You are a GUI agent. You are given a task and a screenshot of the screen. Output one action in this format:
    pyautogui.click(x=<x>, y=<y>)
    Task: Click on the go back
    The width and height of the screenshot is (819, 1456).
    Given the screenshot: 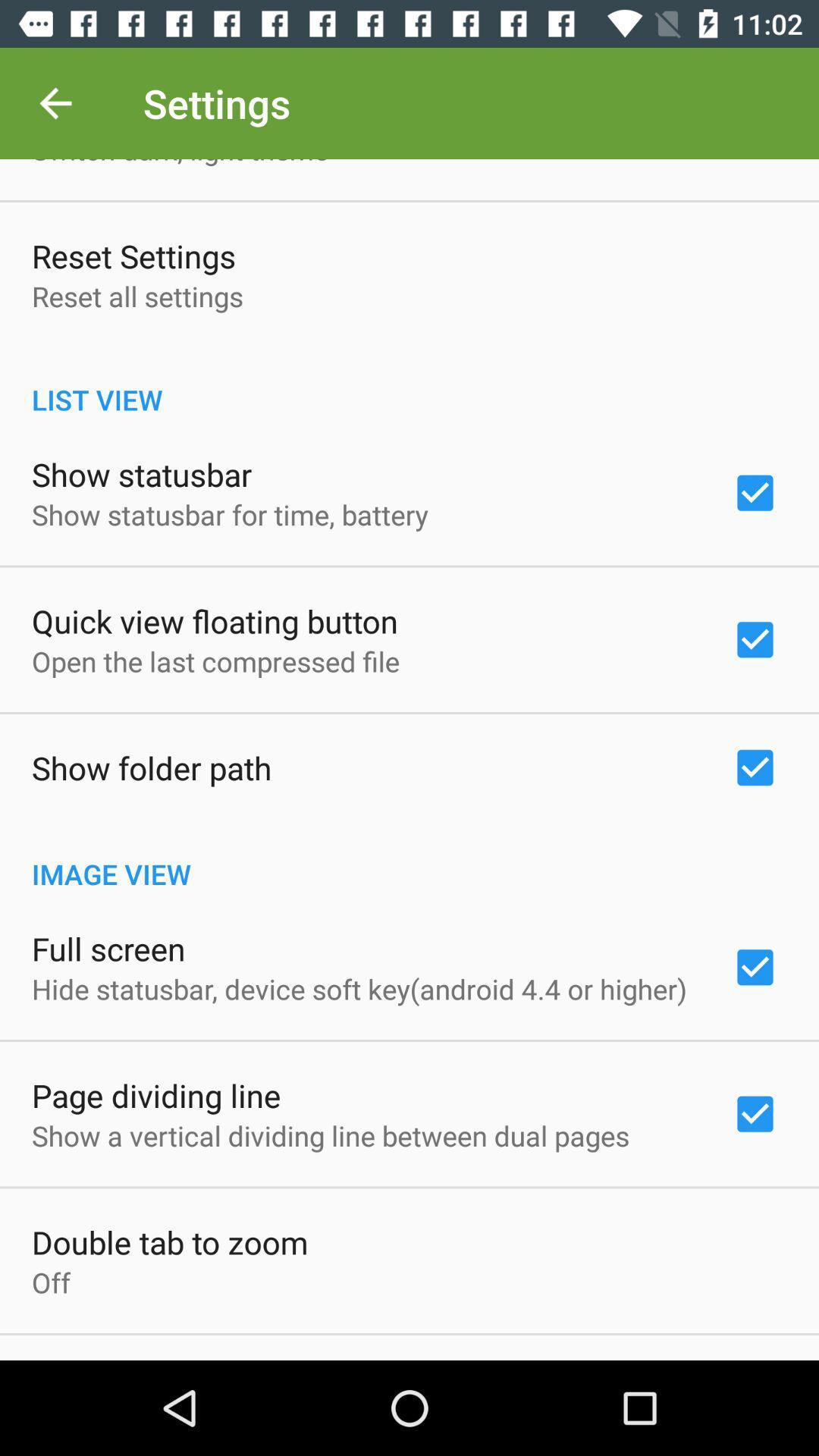 What is the action you would take?
    pyautogui.click(x=55, y=102)
    